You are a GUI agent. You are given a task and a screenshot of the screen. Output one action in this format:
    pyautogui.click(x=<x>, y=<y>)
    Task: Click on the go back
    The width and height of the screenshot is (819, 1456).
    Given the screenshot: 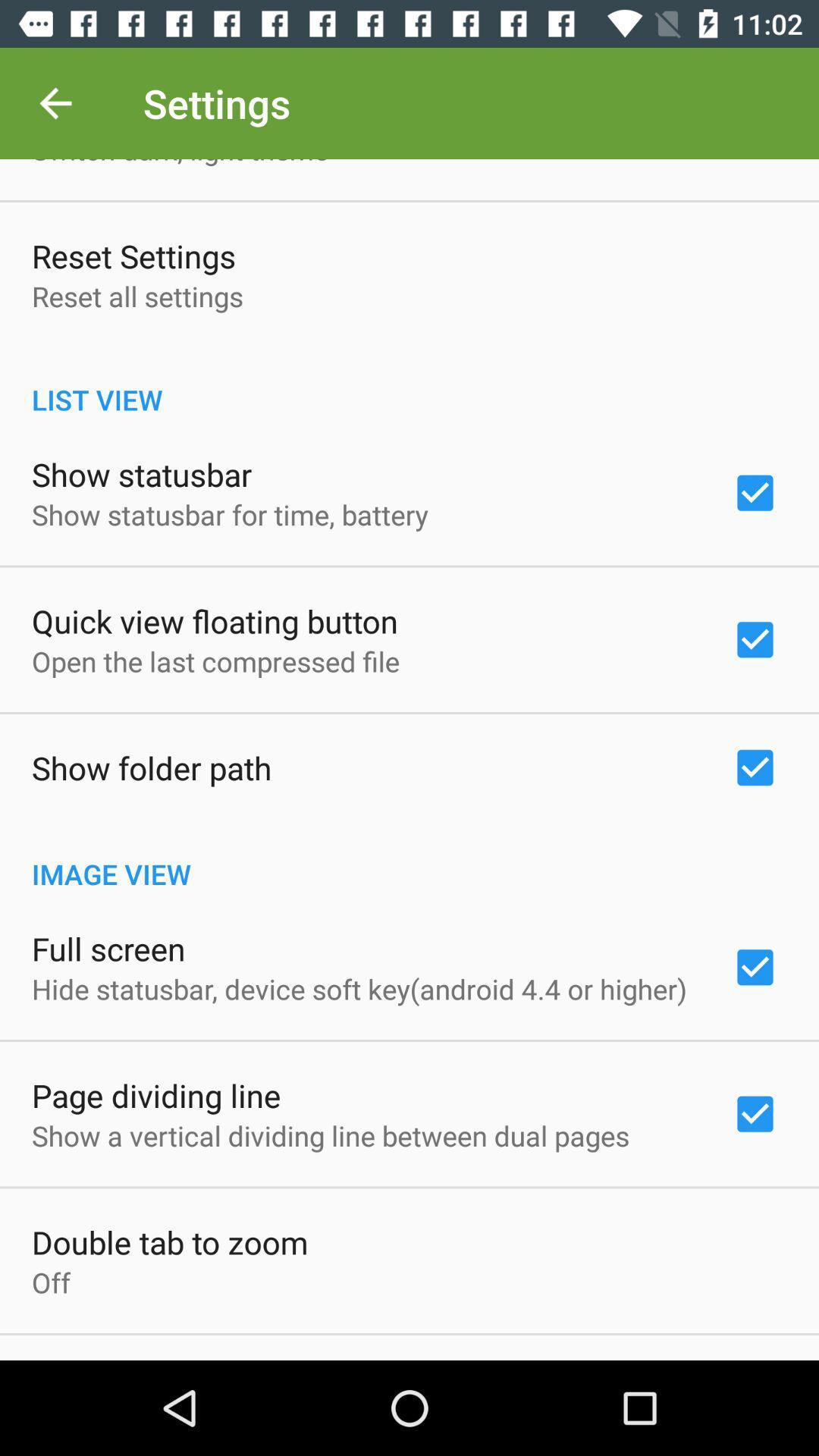 What is the action you would take?
    pyautogui.click(x=55, y=102)
    